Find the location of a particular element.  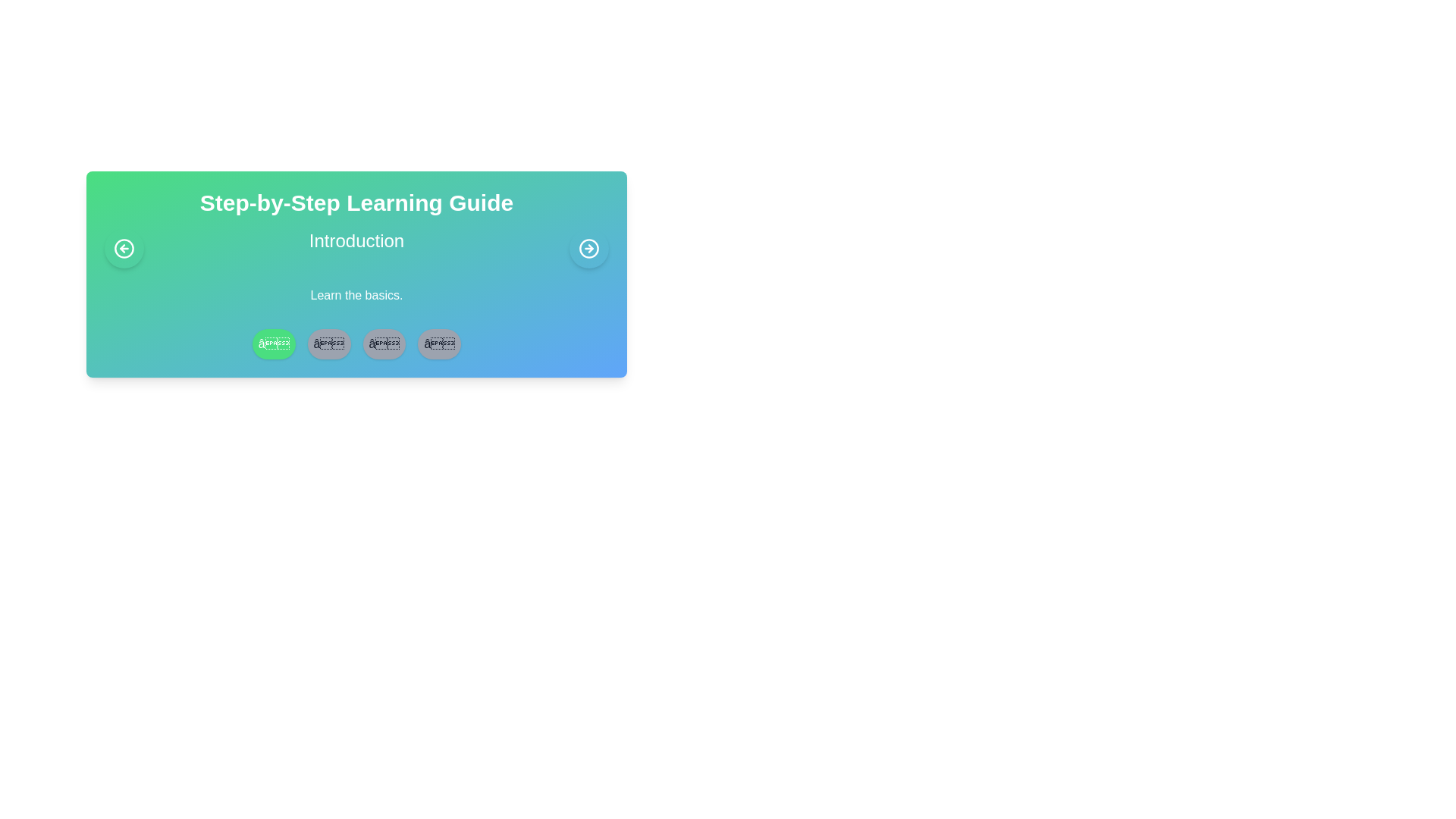

the interactive circular indicators located at the bottom of the 'Step-by-Step Learning Guide' informational panel is located at coordinates (356, 275).